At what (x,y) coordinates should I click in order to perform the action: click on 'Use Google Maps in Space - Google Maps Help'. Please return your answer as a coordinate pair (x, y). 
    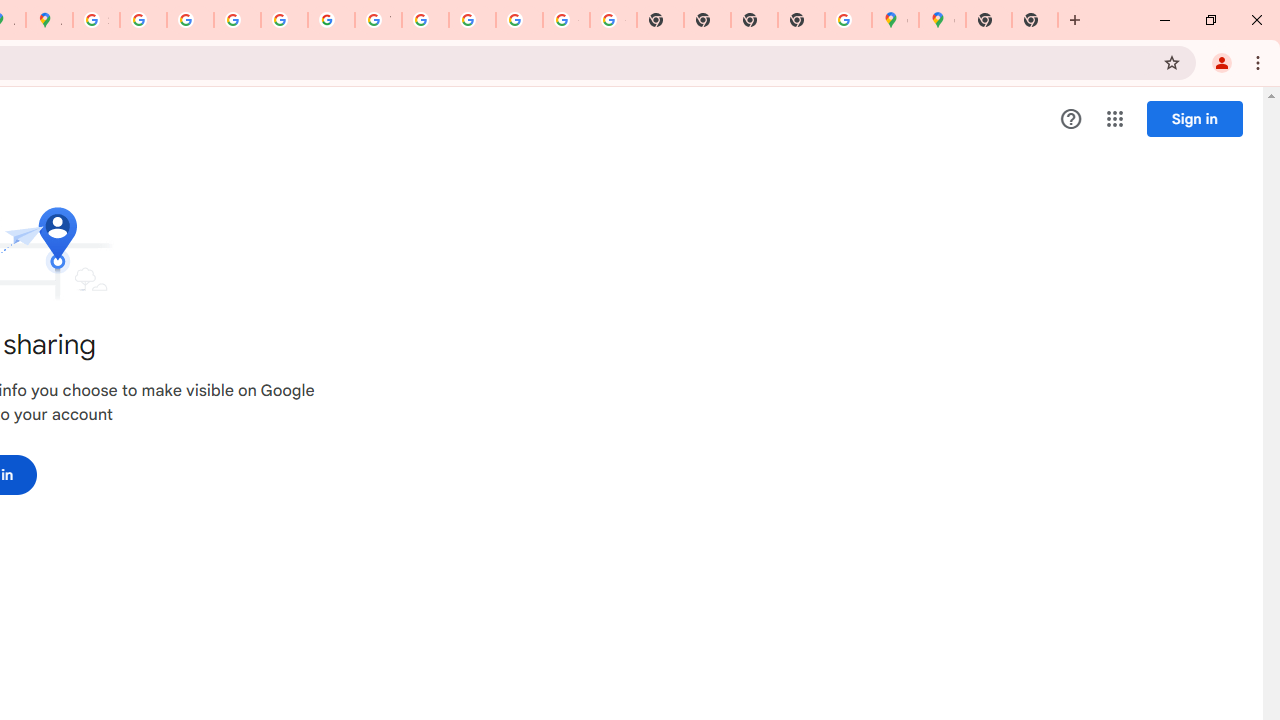
    Looking at the image, I should click on (848, 20).